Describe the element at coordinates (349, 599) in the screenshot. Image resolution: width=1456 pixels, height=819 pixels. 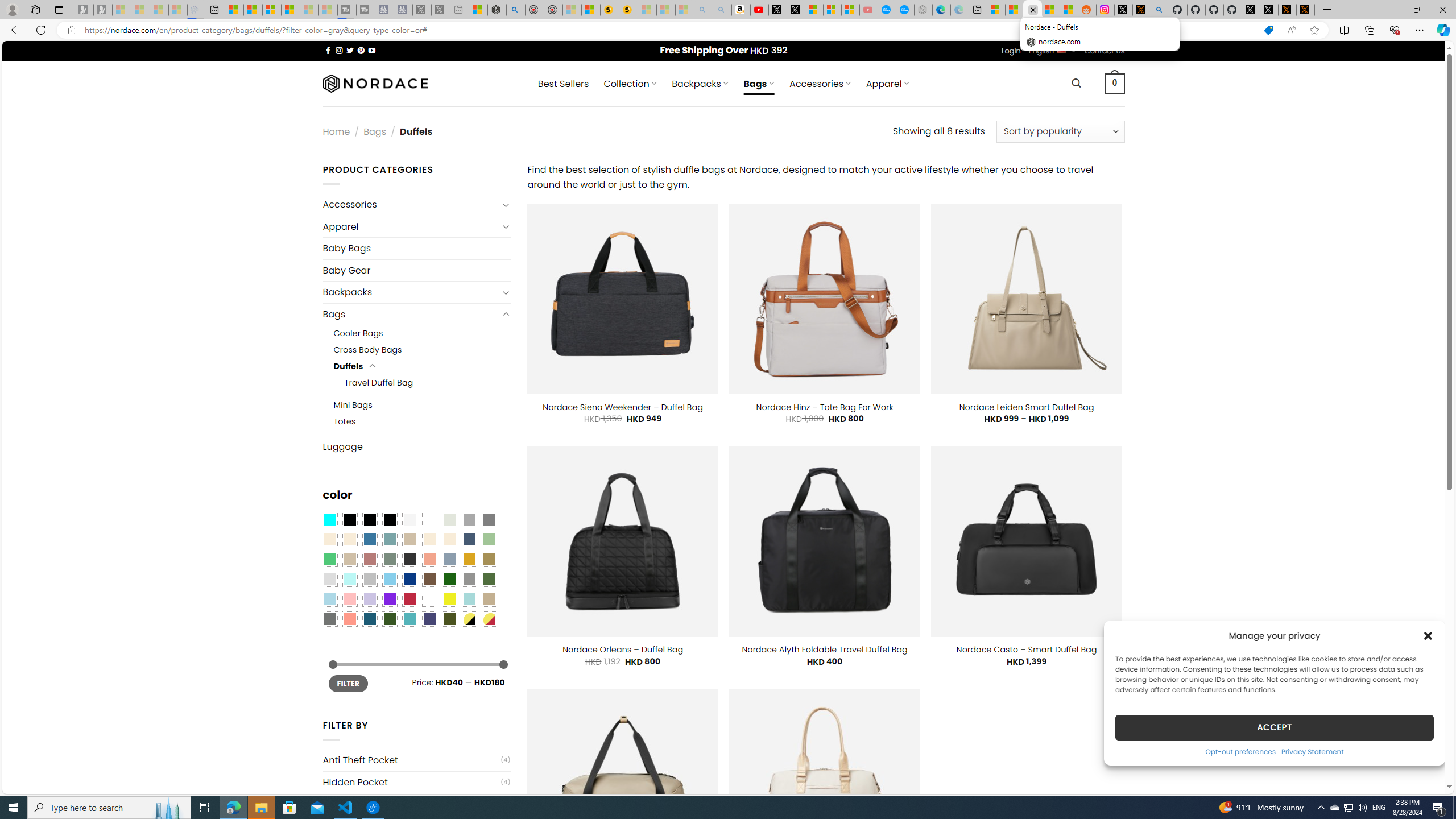
I see `'Pink'` at that location.